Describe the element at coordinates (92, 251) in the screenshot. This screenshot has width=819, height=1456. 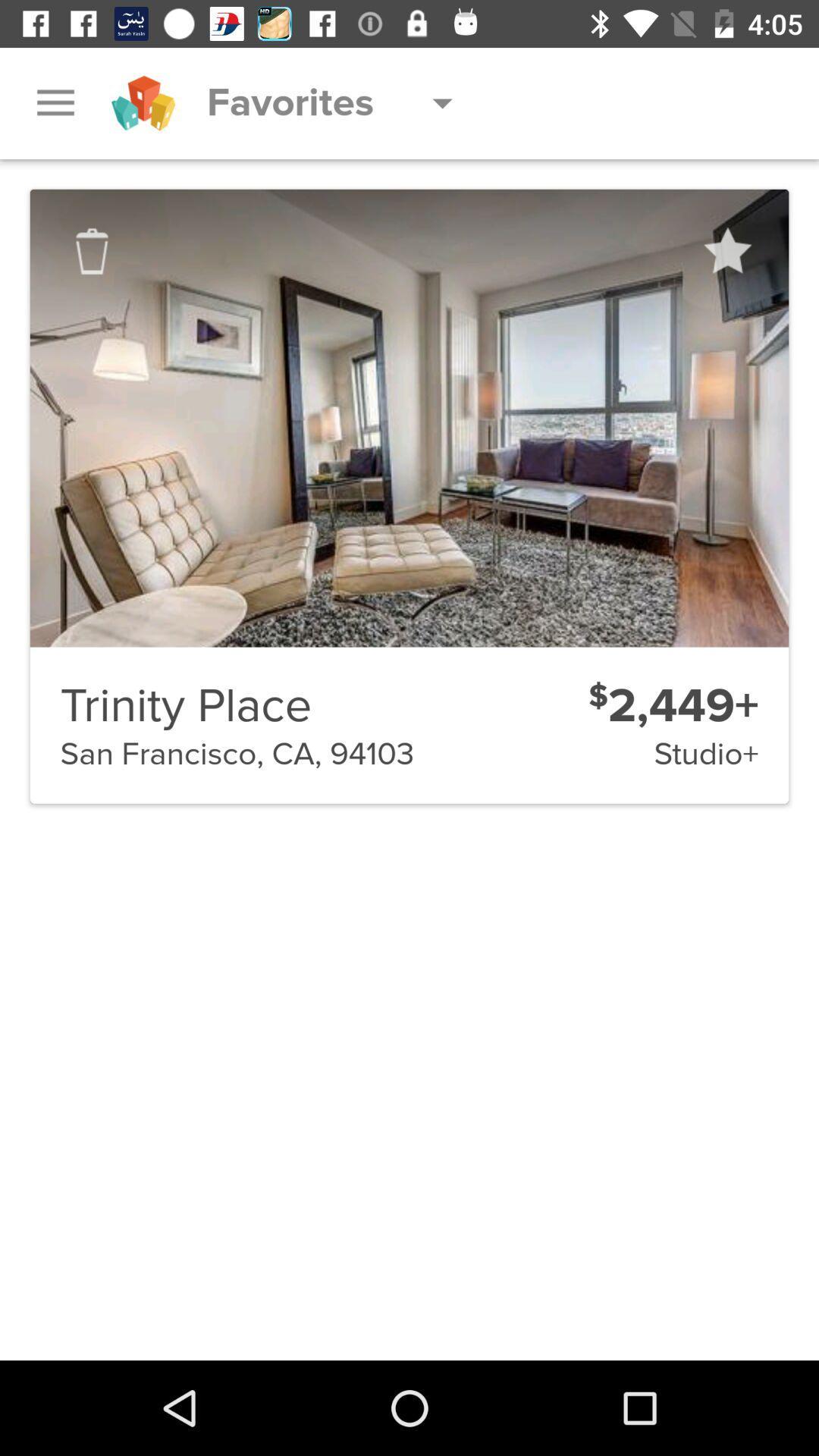
I see `the delete` at that location.